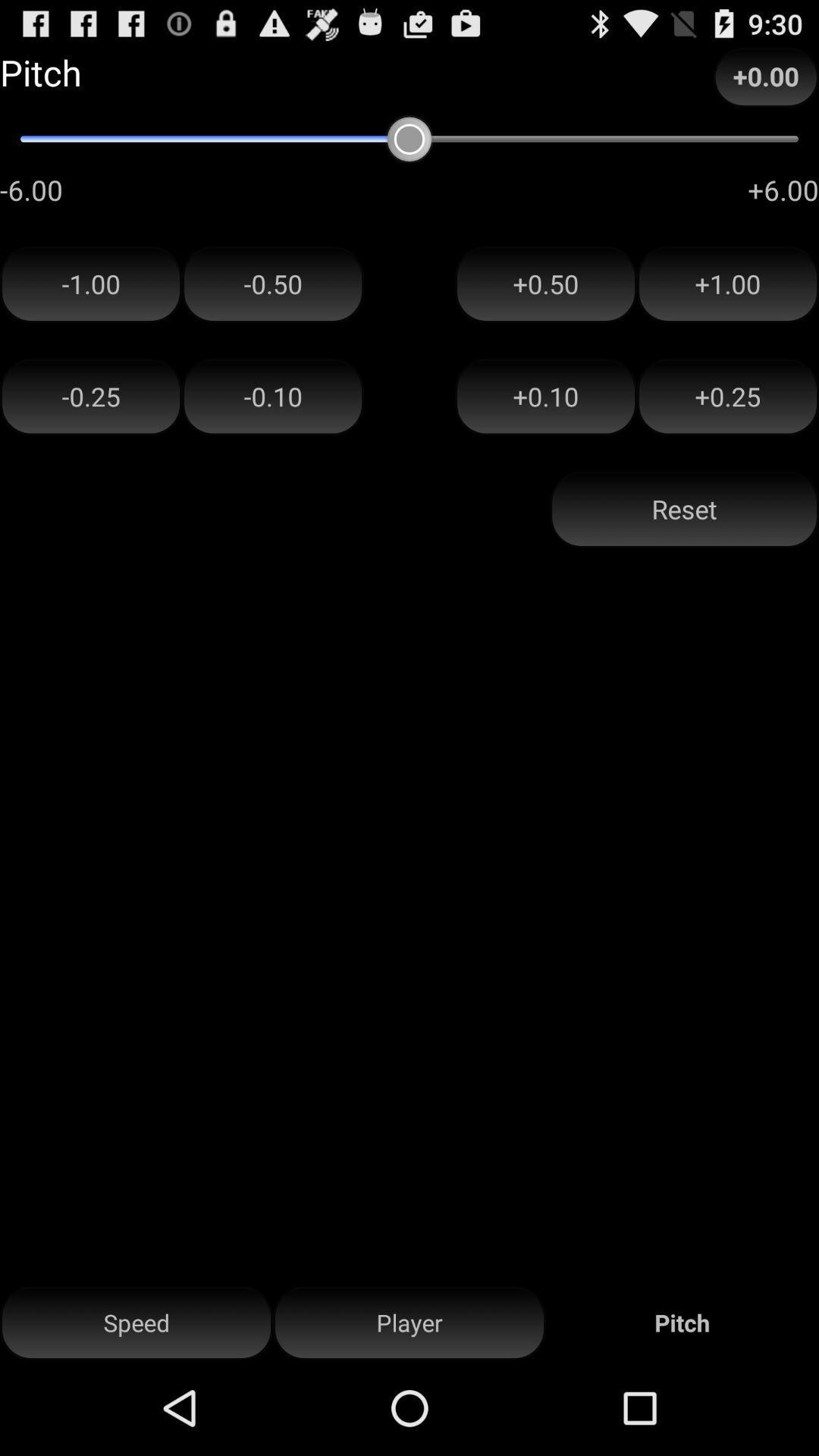 The height and width of the screenshot is (1456, 819). Describe the element at coordinates (136, 1323) in the screenshot. I see `button at the bottom left corner` at that location.